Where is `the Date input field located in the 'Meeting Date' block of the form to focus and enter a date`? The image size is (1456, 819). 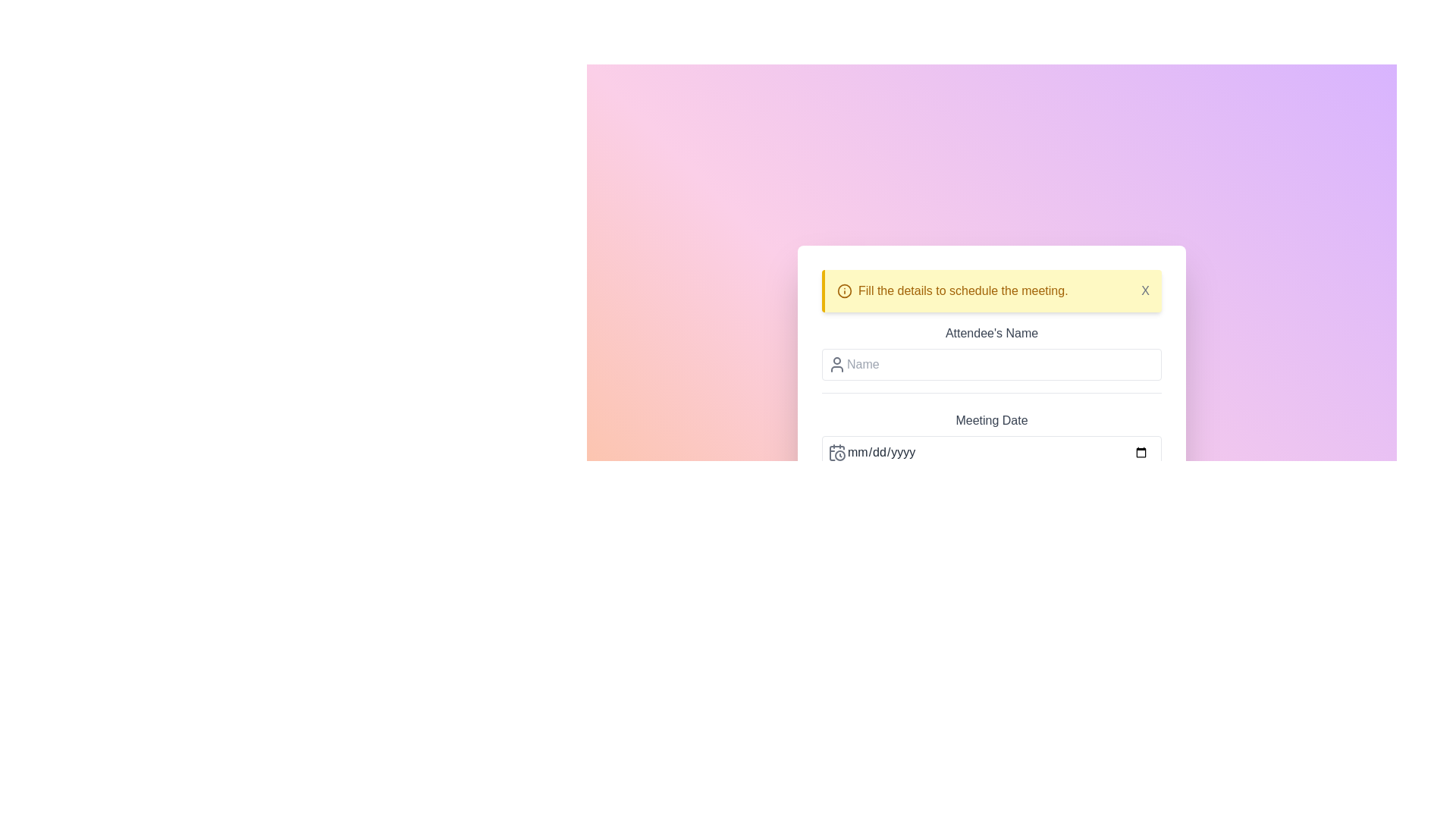
the Date input field located in the 'Meeting Date' block of the form to focus and enter a date is located at coordinates (992, 452).